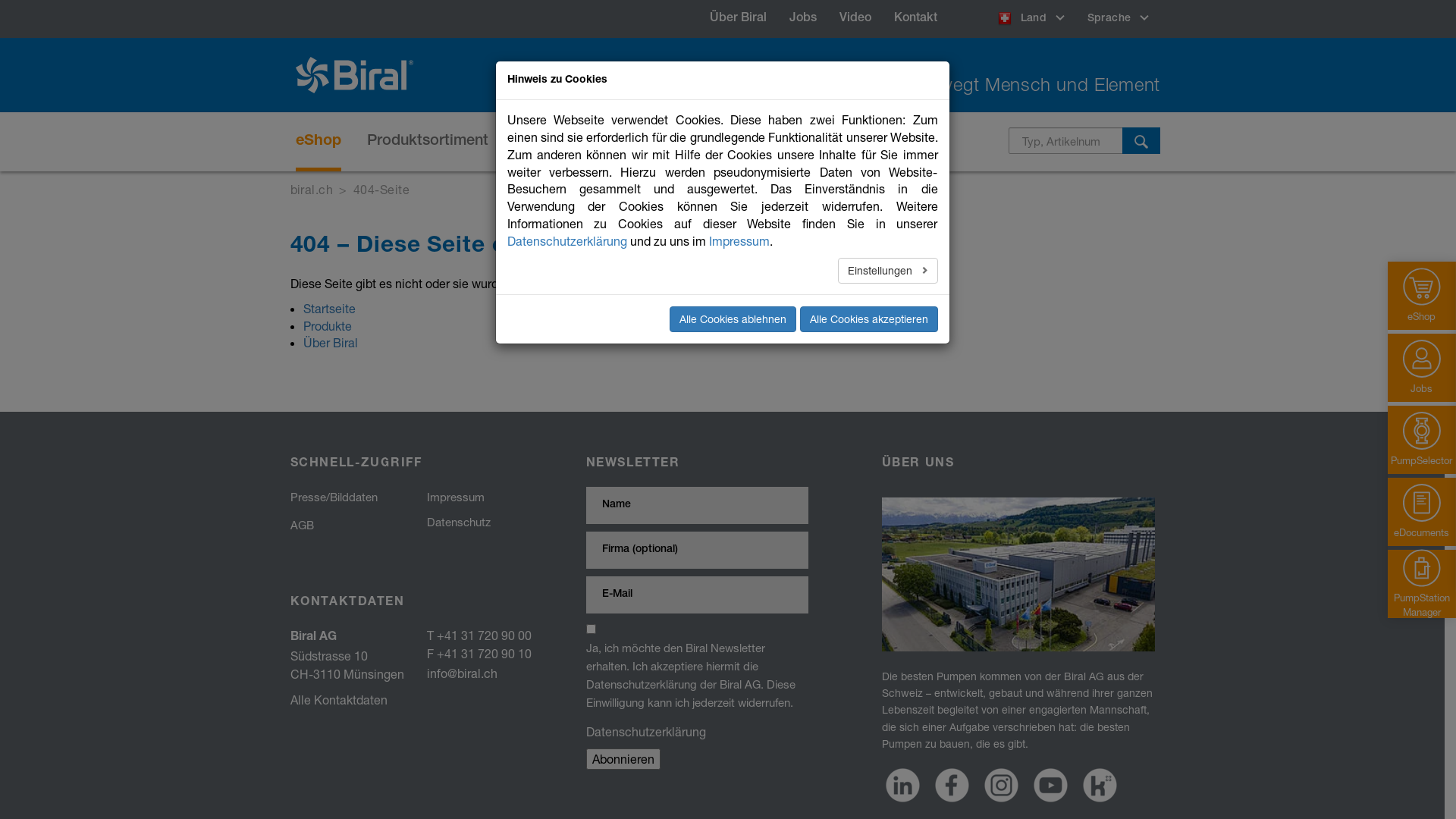 This screenshot has width=1456, height=819. I want to click on 'Produkte', so click(327, 325).